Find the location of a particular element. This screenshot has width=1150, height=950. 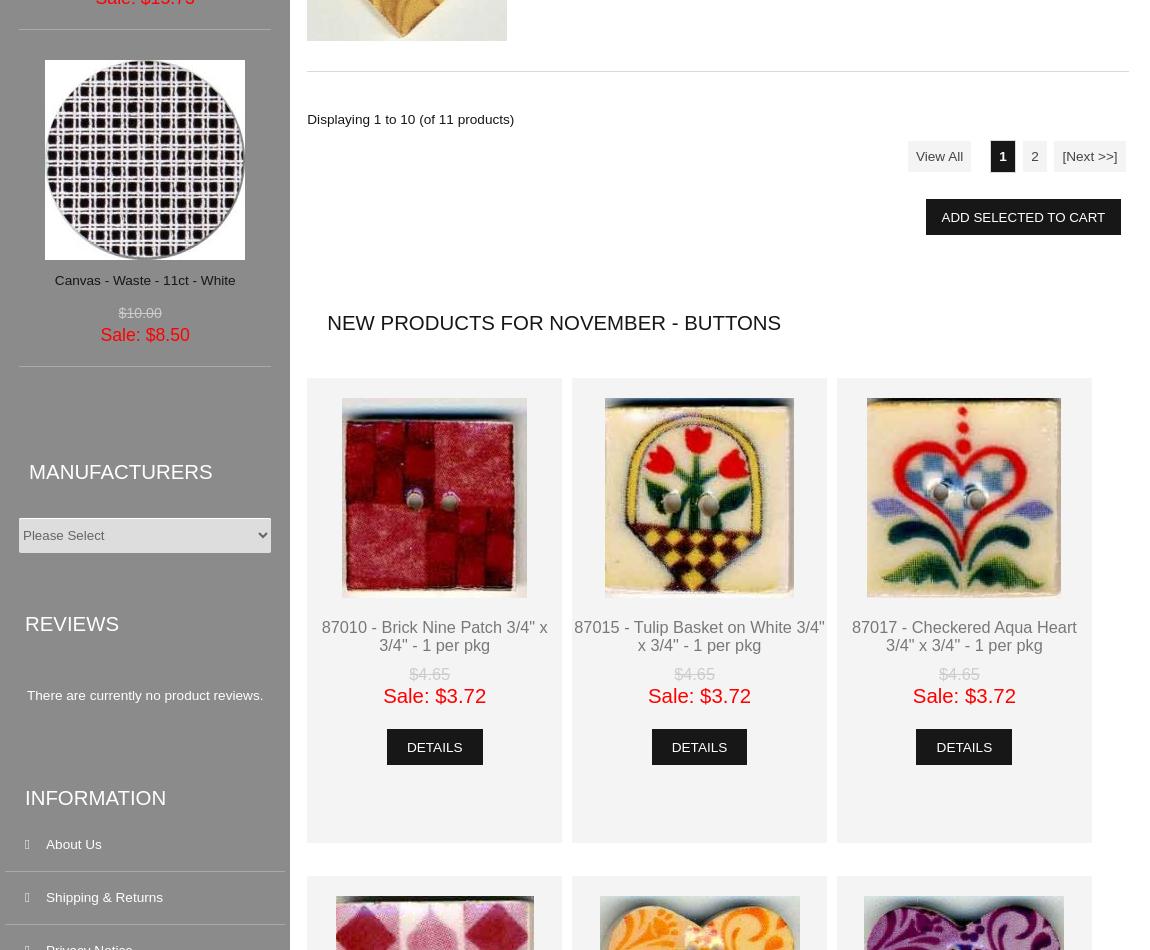

'to' is located at coordinates (390, 118).